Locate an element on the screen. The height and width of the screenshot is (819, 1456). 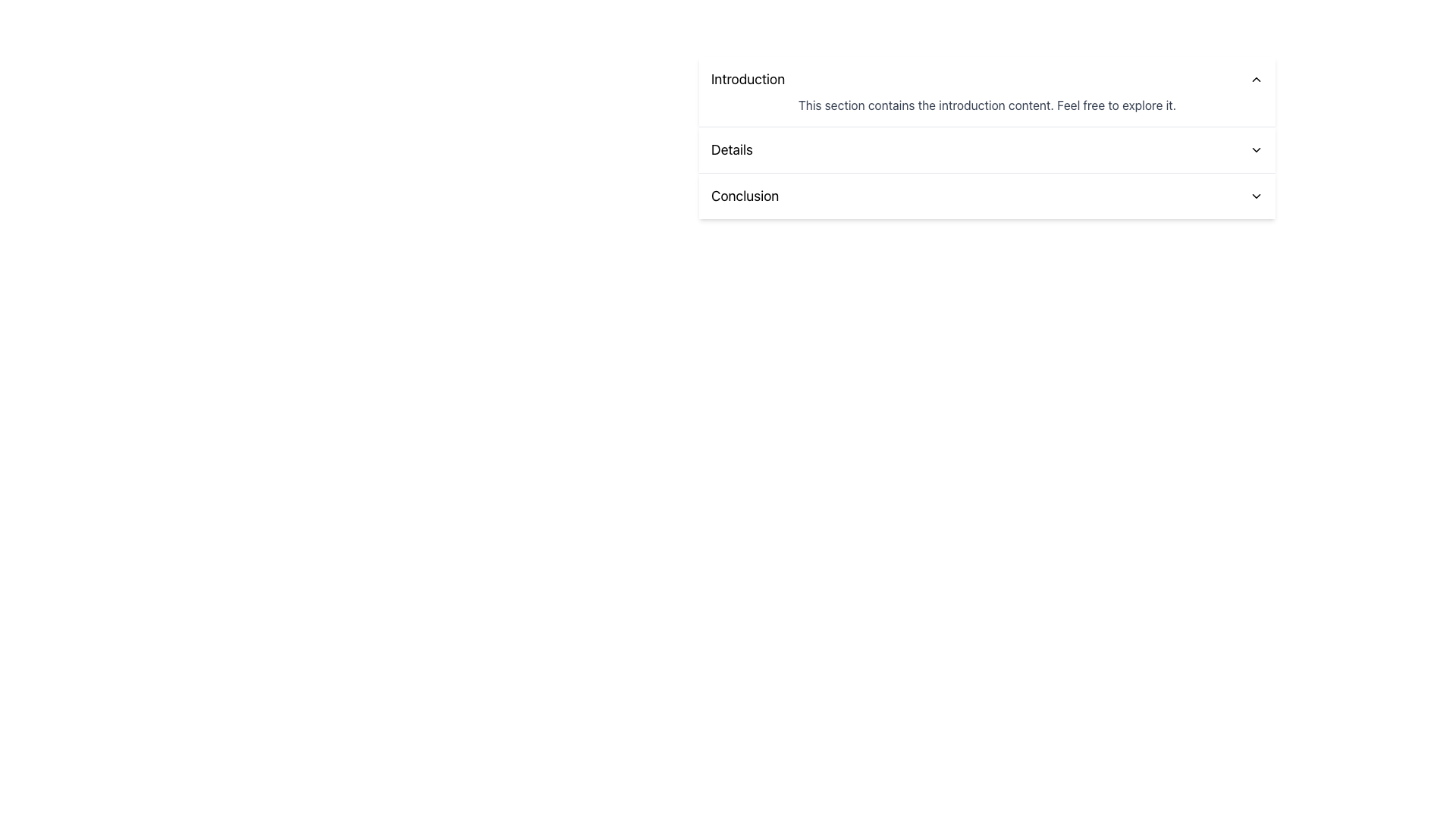
the downward-pointing chevron icon located to the right of the text 'Details' is located at coordinates (1256, 149).